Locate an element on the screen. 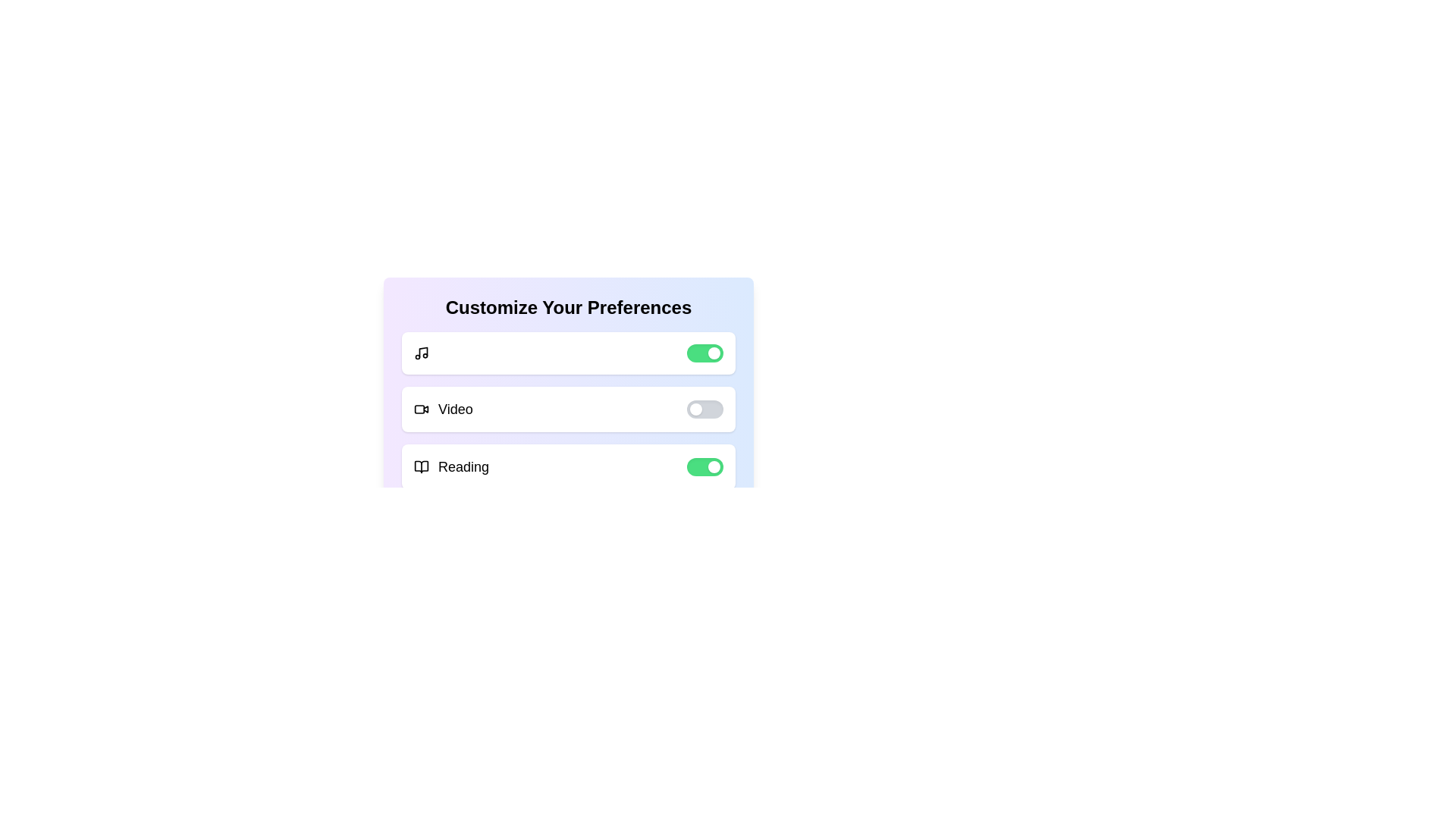  the text 'Customize Your Preferences' to select it is located at coordinates (567, 307).